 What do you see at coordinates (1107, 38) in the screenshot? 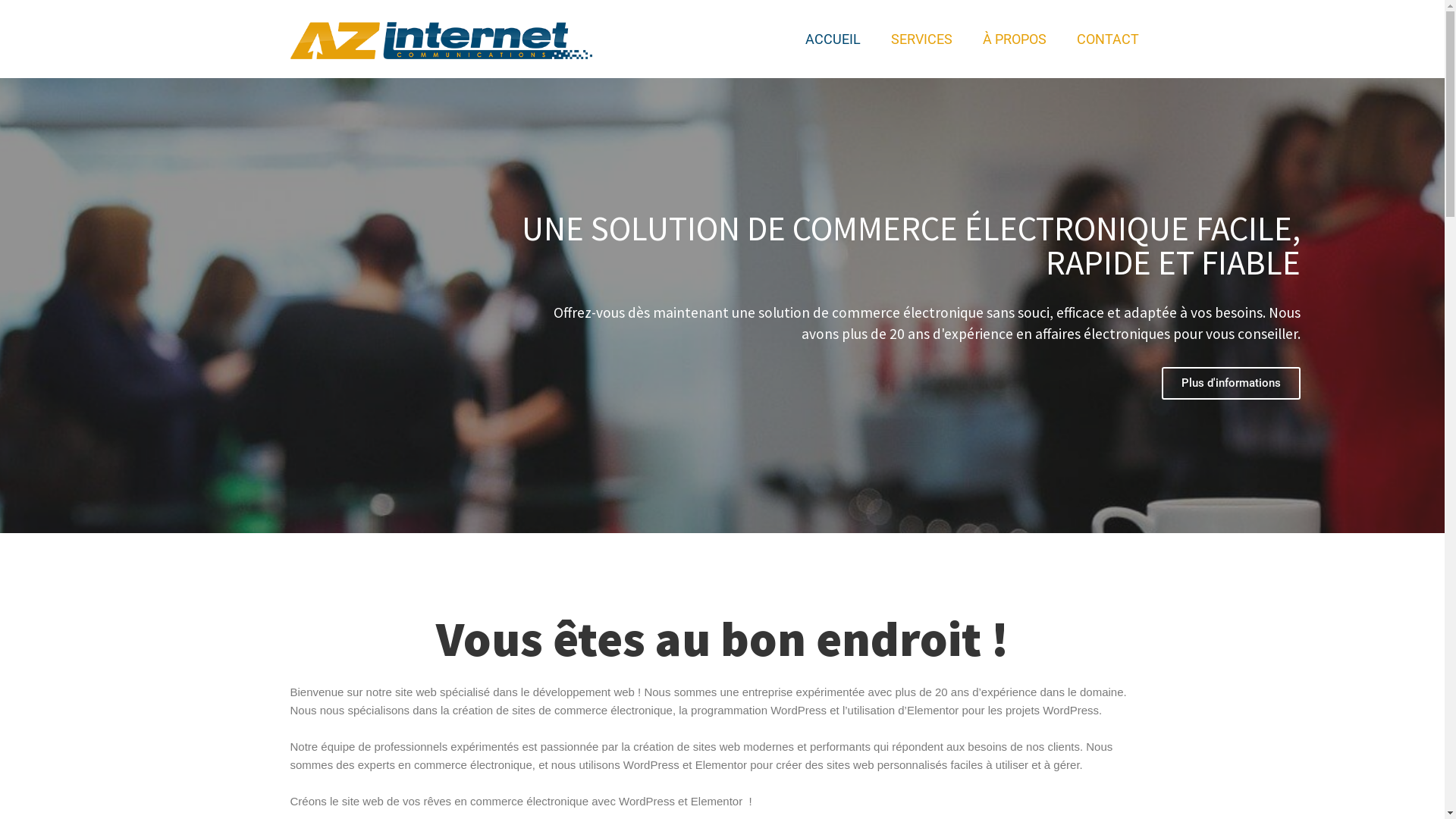
I see `'CONTACT'` at bounding box center [1107, 38].